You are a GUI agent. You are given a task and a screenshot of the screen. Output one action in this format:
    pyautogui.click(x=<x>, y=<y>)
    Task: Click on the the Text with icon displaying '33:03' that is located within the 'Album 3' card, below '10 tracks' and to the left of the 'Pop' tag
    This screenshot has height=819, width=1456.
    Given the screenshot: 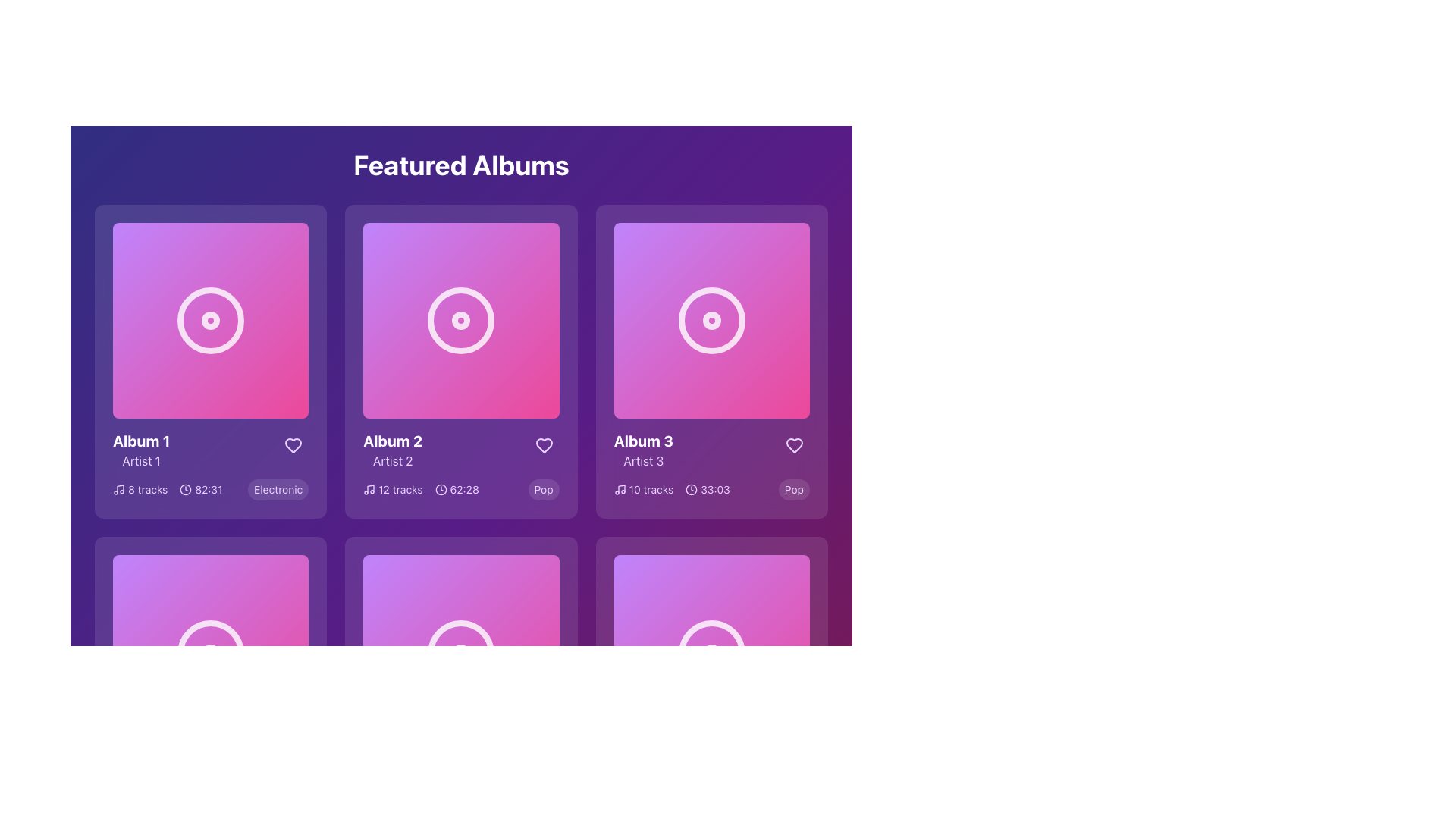 What is the action you would take?
    pyautogui.click(x=707, y=490)
    